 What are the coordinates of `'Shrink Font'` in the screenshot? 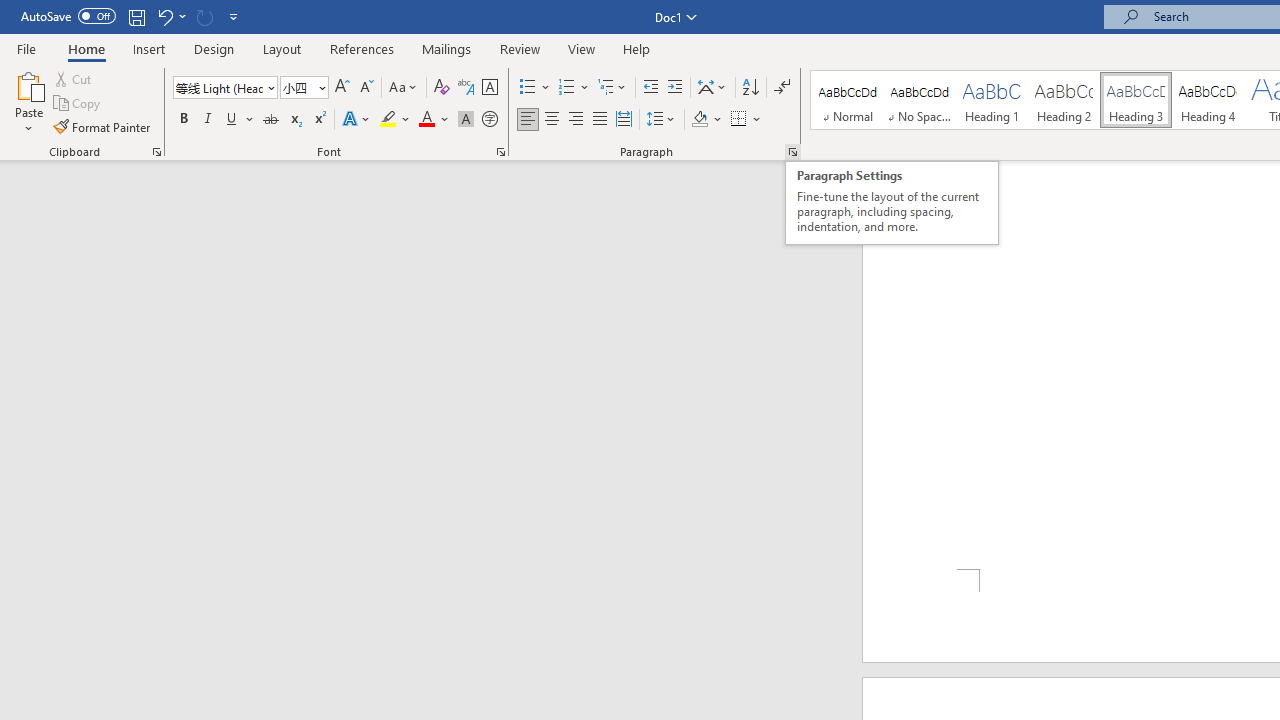 It's located at (366, 86).